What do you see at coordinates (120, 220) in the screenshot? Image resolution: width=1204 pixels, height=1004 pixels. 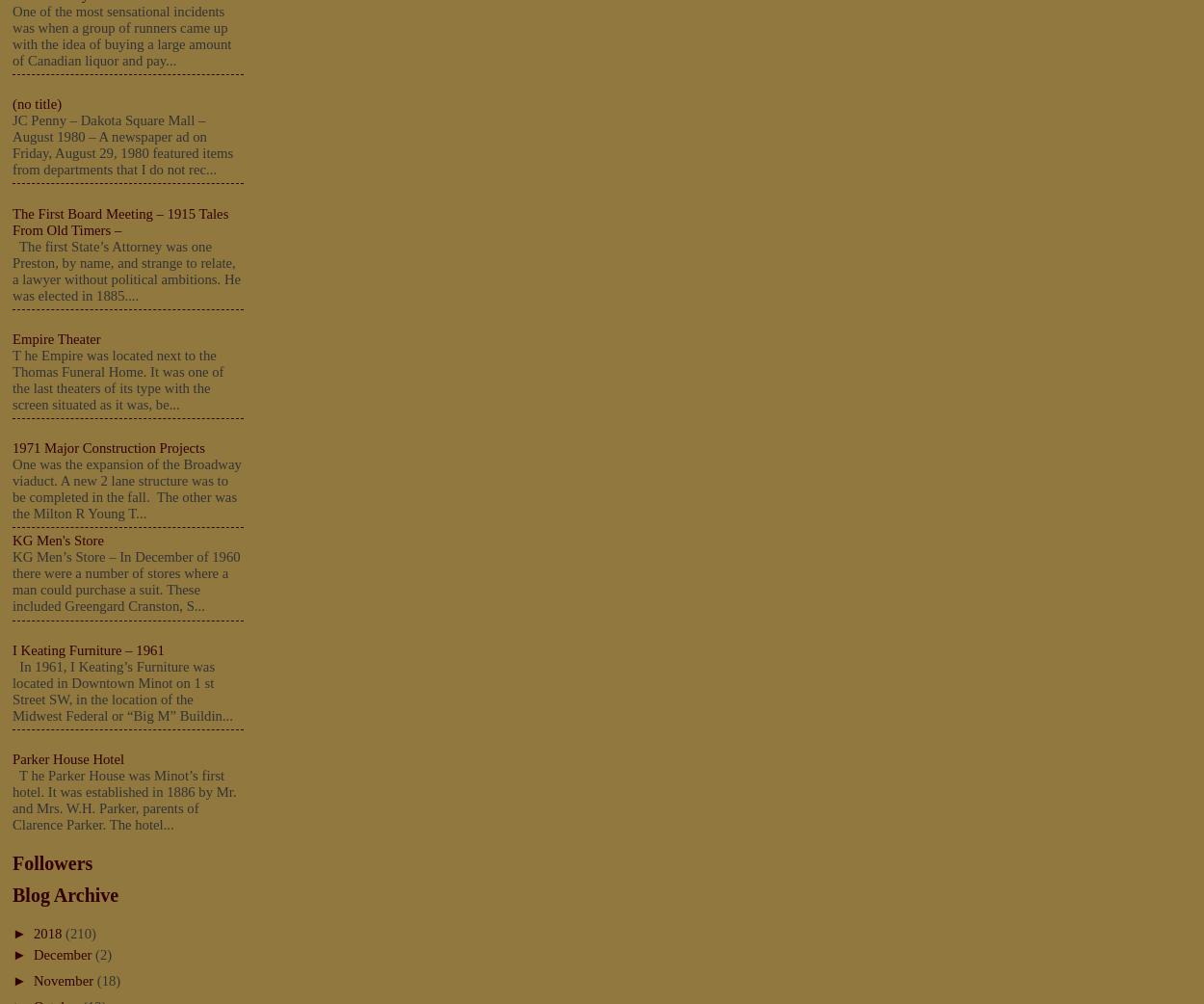 I see `'The First Board Meeting – 1915 Tales From Old Timers  –'` at bounding box center [120, 220].